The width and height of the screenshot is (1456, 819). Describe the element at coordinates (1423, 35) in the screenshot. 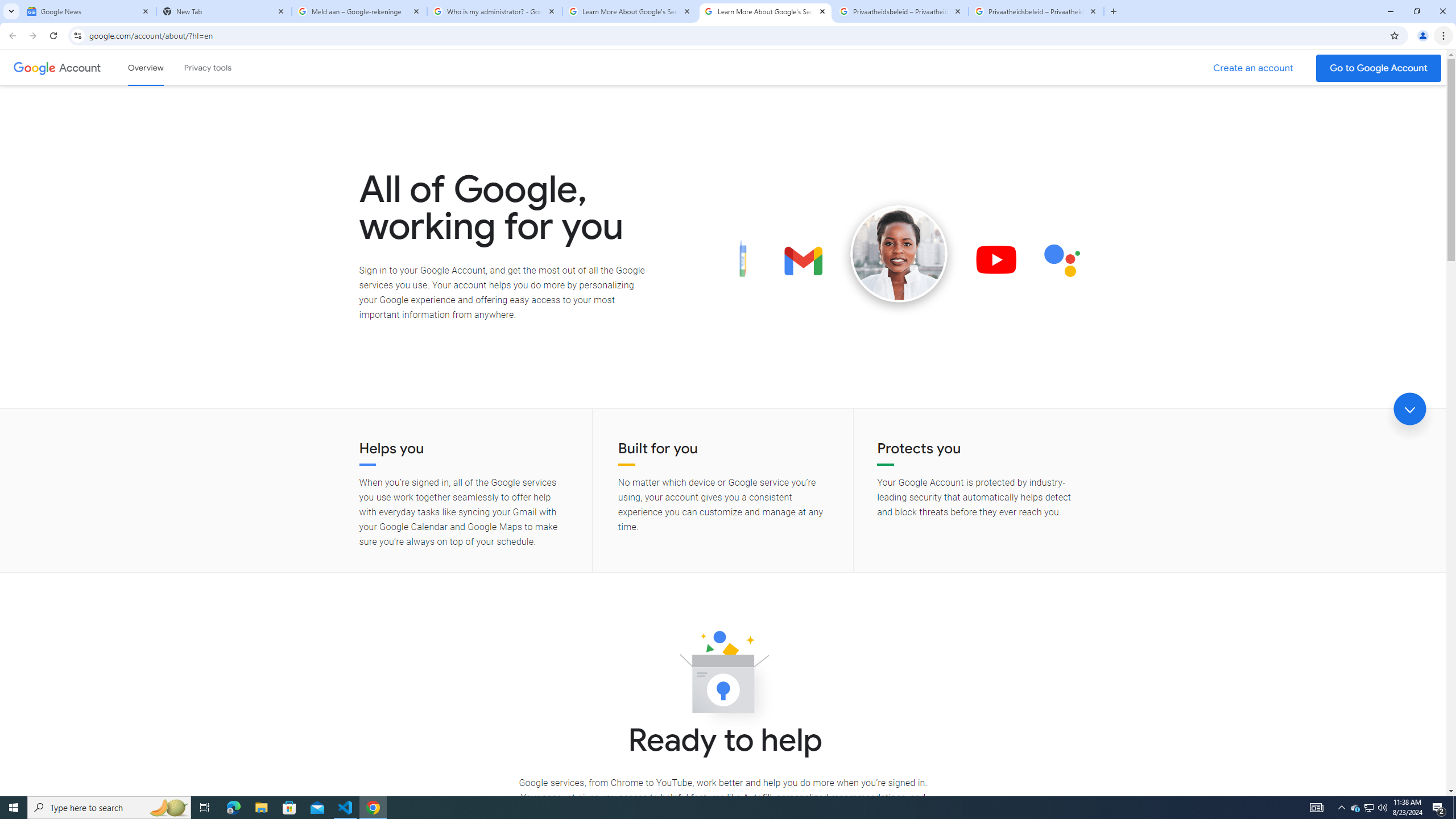

I see `'You'` at that location.